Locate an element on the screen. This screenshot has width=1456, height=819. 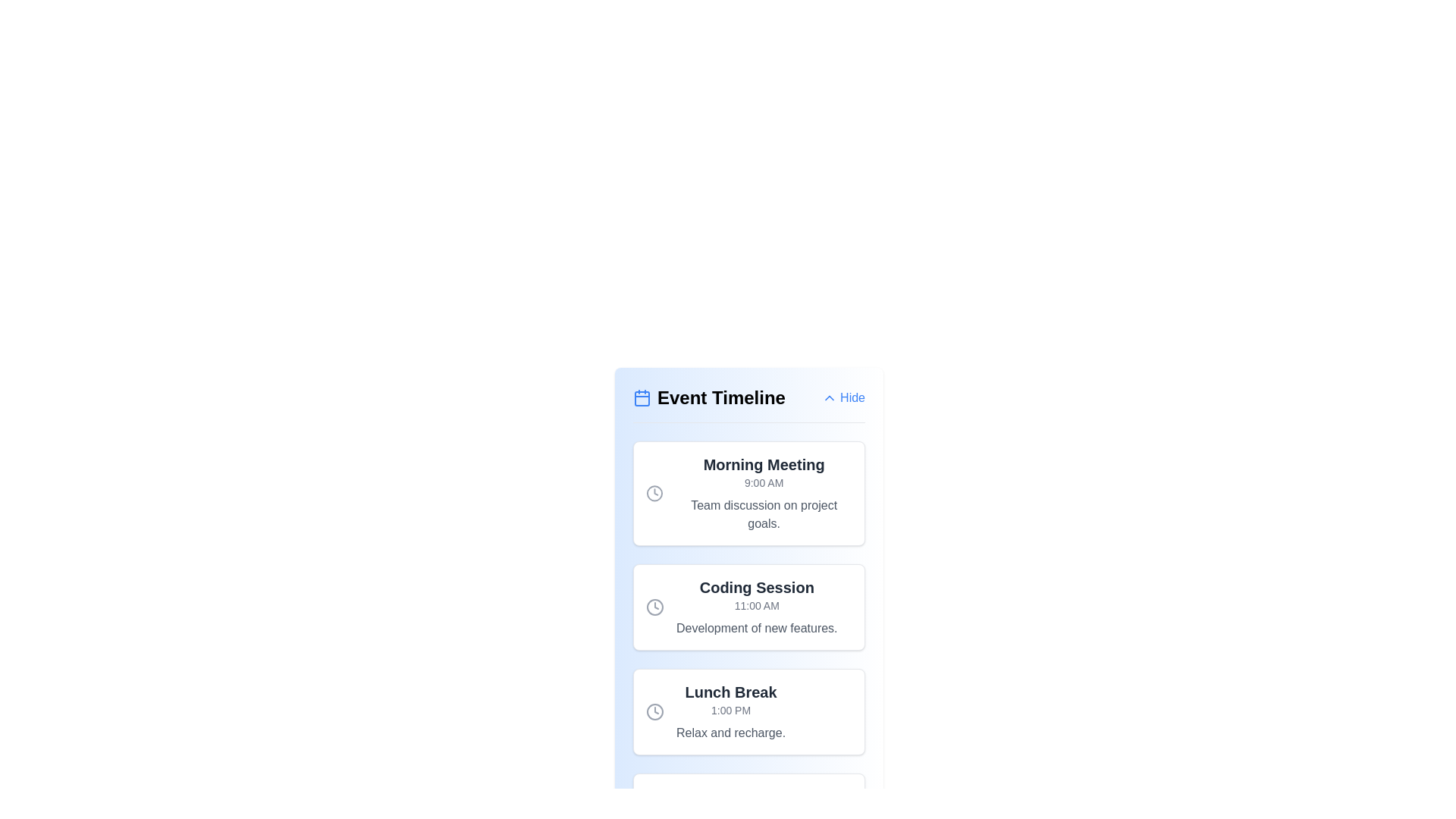
the Clock icon located in the timeline interface, adjacent to the '11:00 AM' text, indicating time-related information is located at coordinates (655, 607).